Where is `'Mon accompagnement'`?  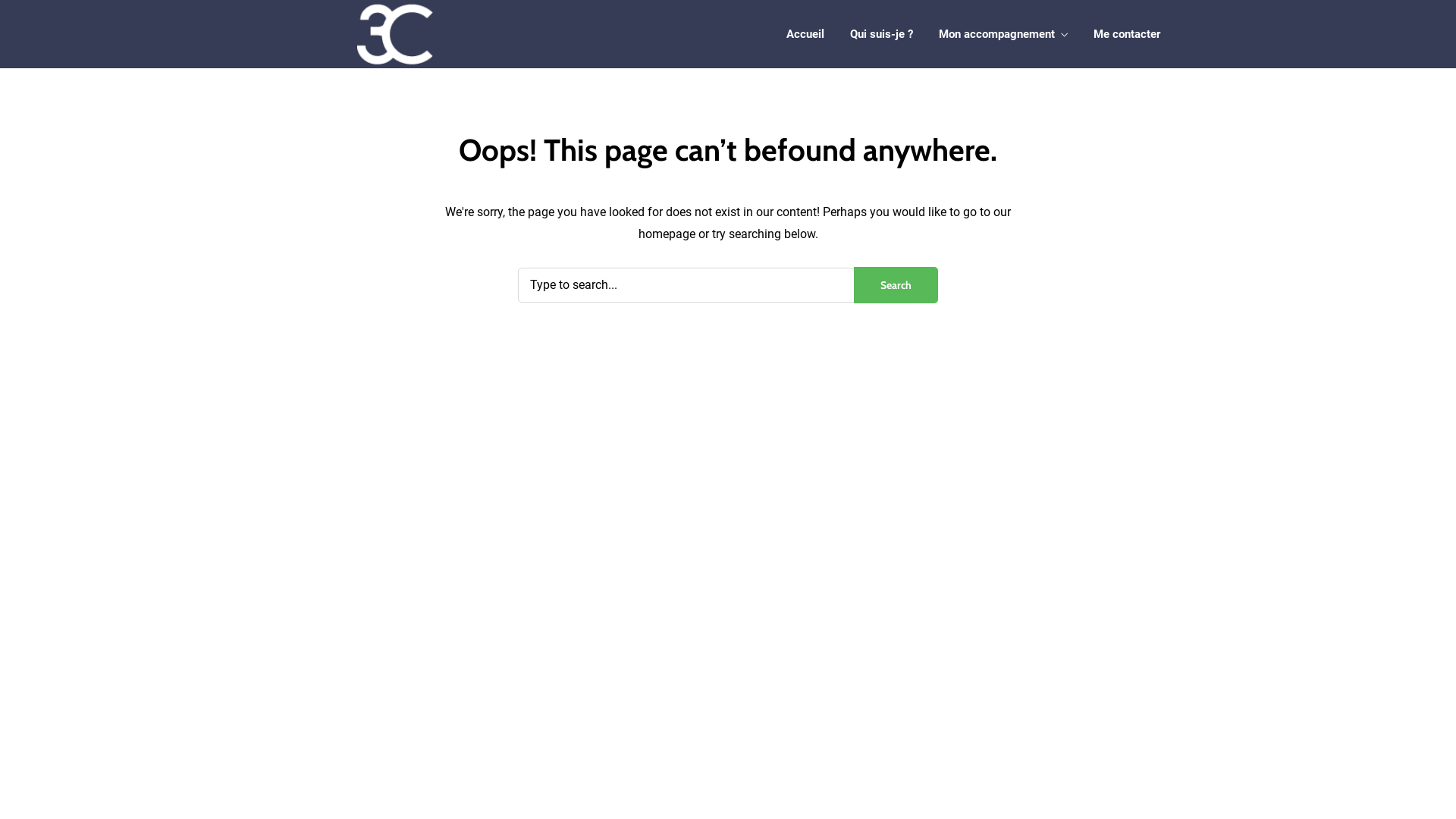 'Mon accompagnement' is located at coordinates (938, 35).